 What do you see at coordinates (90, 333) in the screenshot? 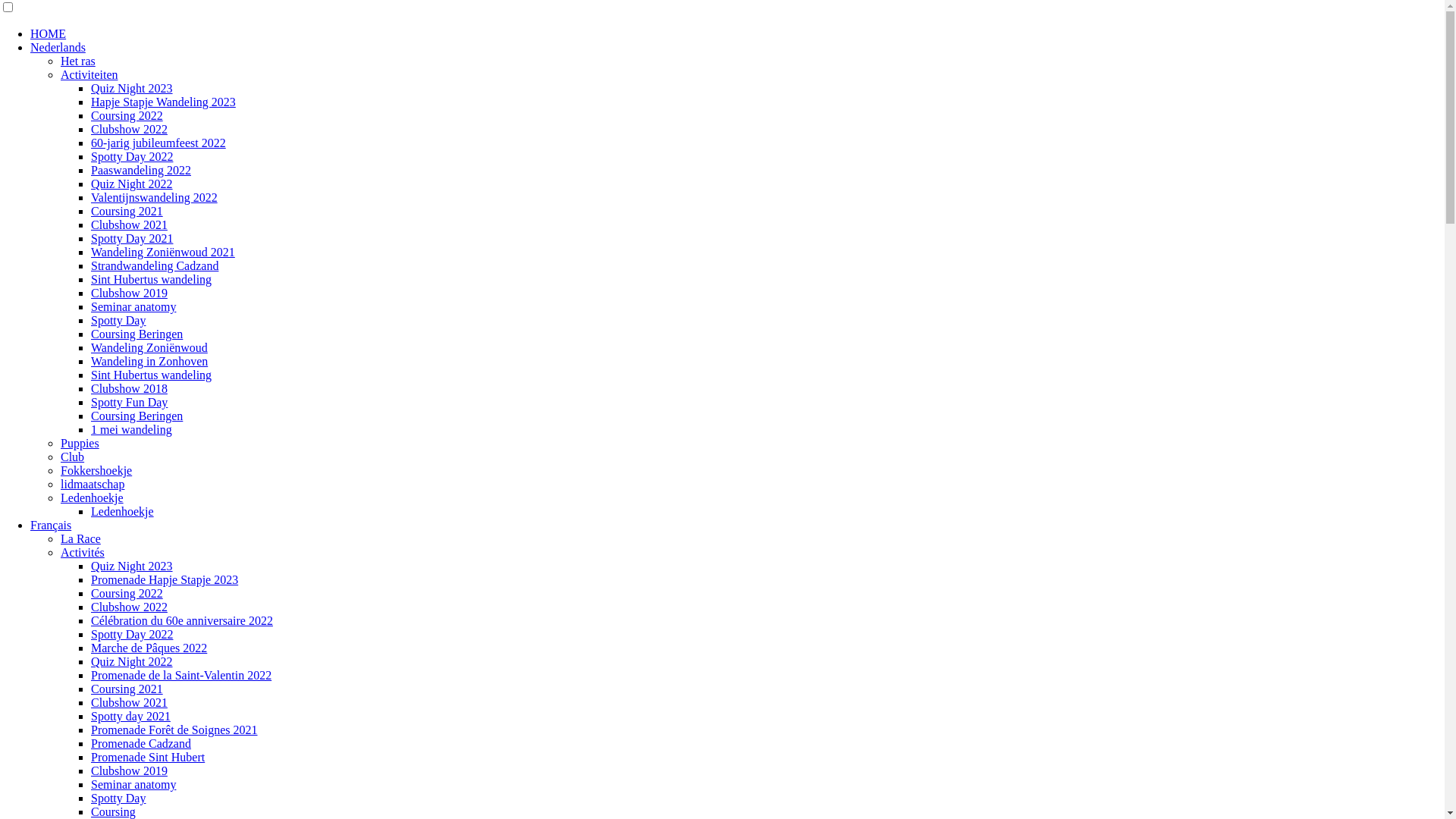
I see `'Coursing Beringen'` at bounding box center [90, 333].